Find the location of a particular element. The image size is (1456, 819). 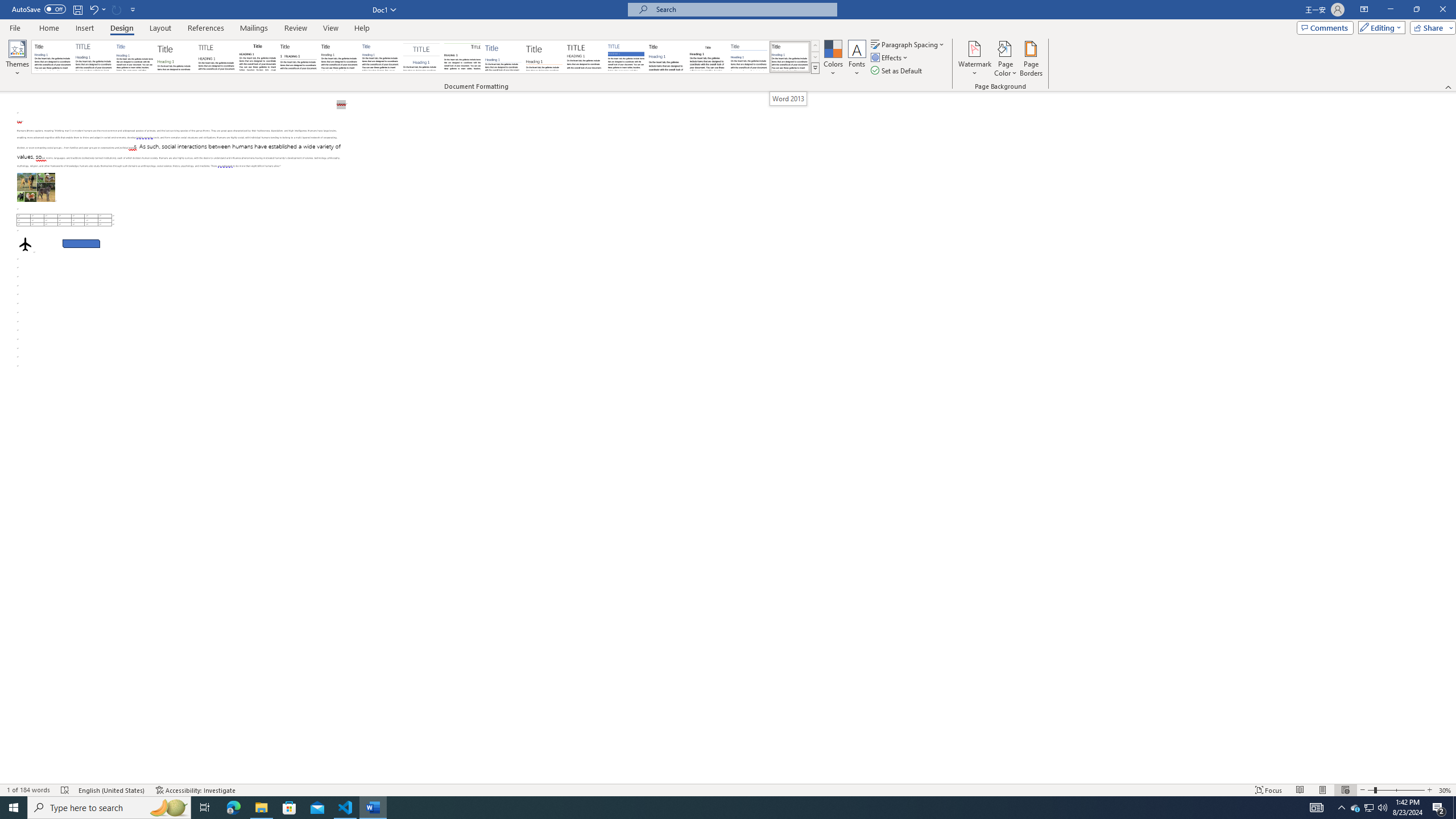

'Airplane with solid fill' is located at coordinates (25, 243).